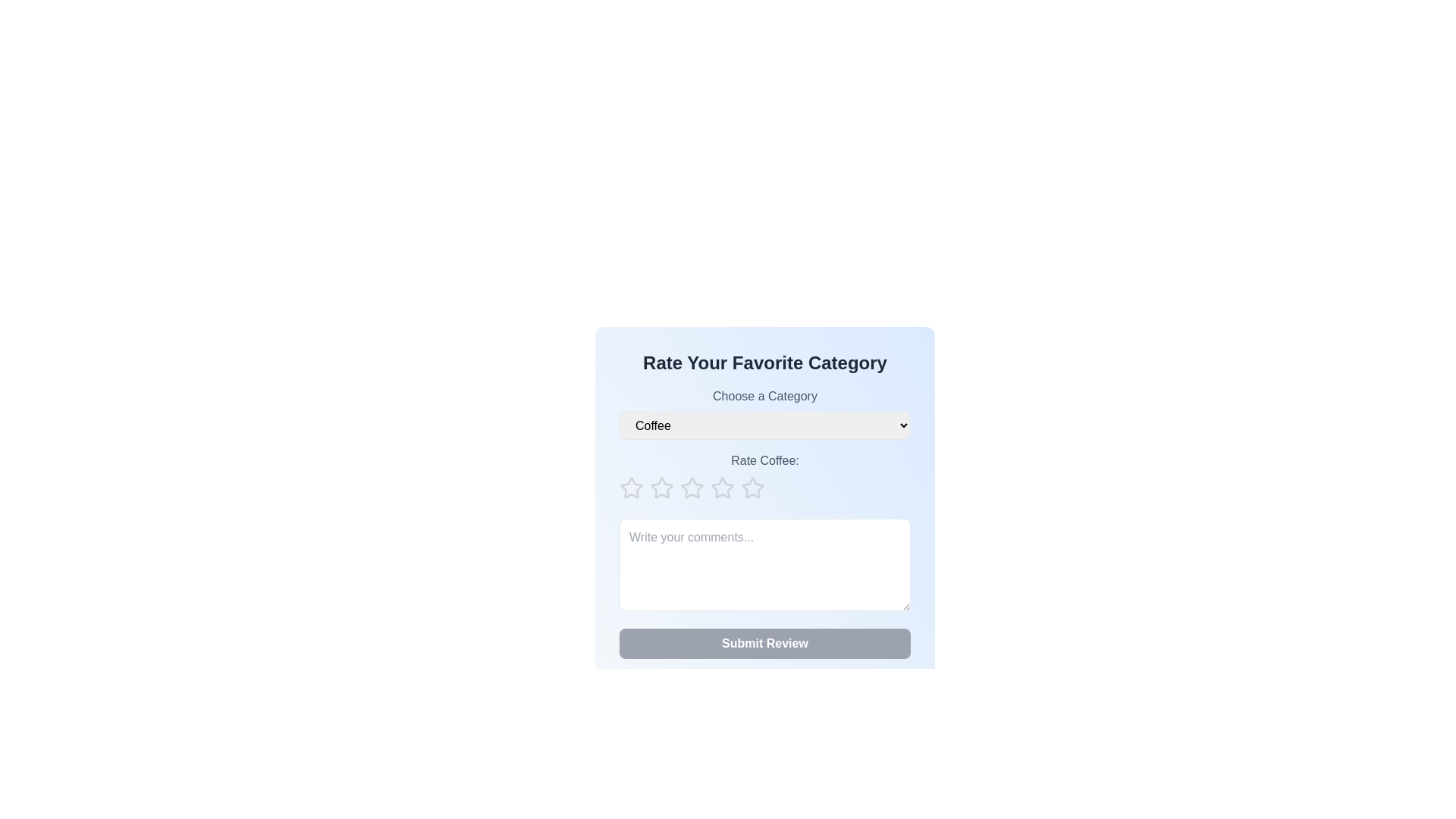  What do you see at coordinates (764, 413) in the screenshot?
I see `an option from the dropdown menu labeled 'Choose a Category', currently displaying 'Coffee'` at bounding box center [764, 413].